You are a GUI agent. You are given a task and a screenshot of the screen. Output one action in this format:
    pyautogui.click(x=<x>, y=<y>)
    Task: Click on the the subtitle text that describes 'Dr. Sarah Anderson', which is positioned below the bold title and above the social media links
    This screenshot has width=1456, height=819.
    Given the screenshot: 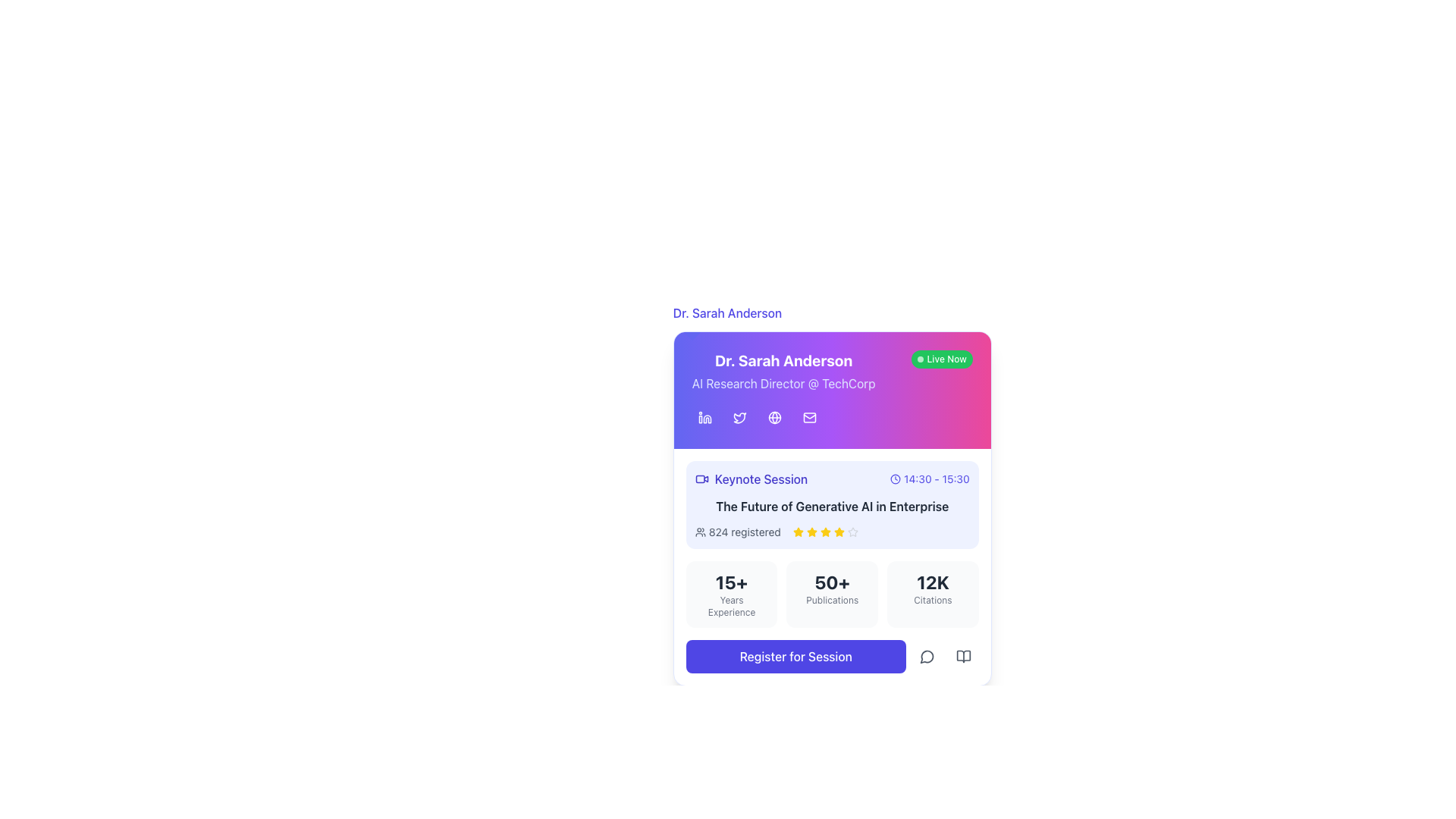 What is the action you would take?
    pyautogui.click(x=783, y=382)
    